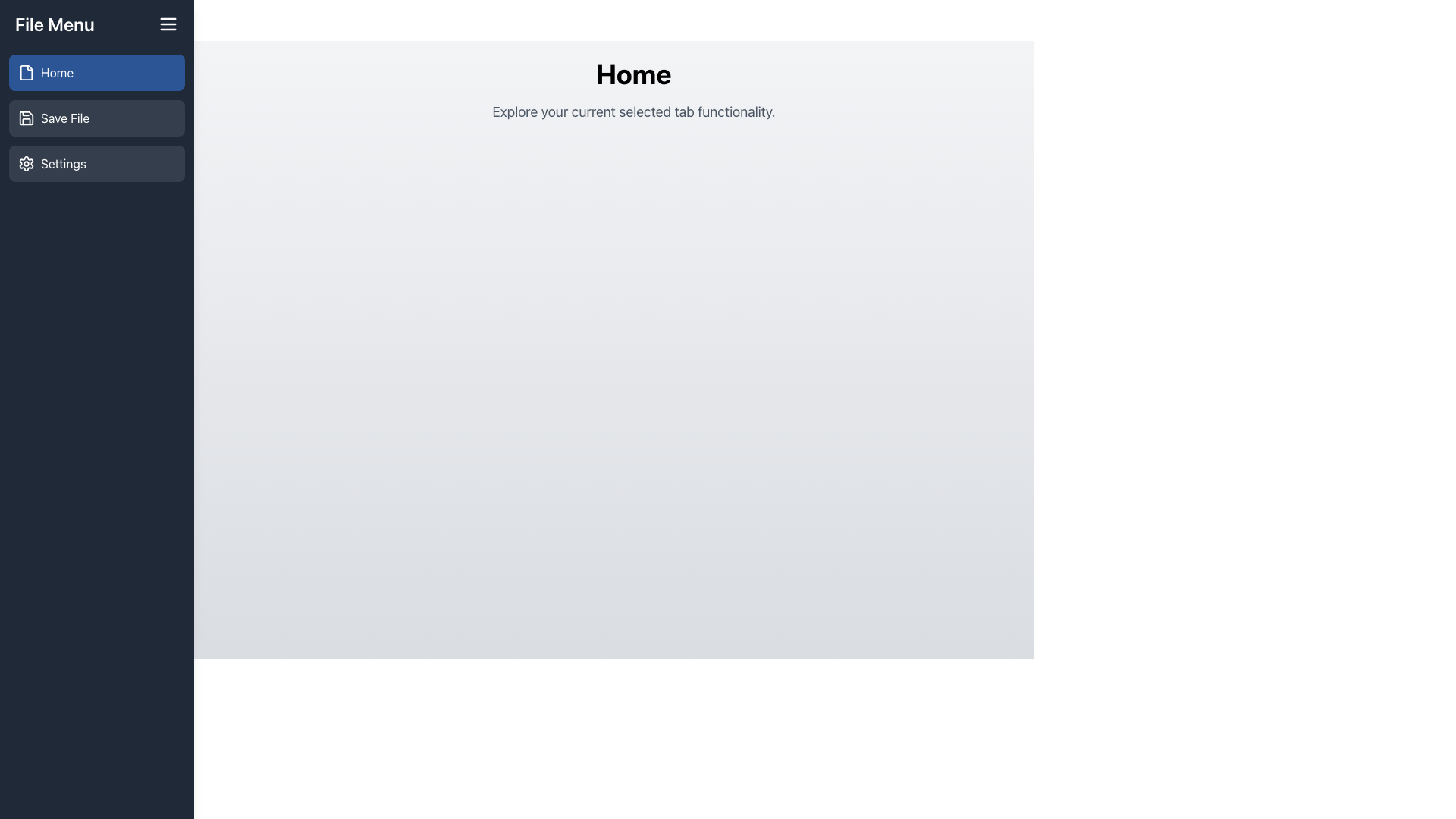  What do you see at coordinates (26, 164) in the screenshot?
I see `the cogwheel-shaped settings icon located in the sidebar` at bounding box center [26, 164].